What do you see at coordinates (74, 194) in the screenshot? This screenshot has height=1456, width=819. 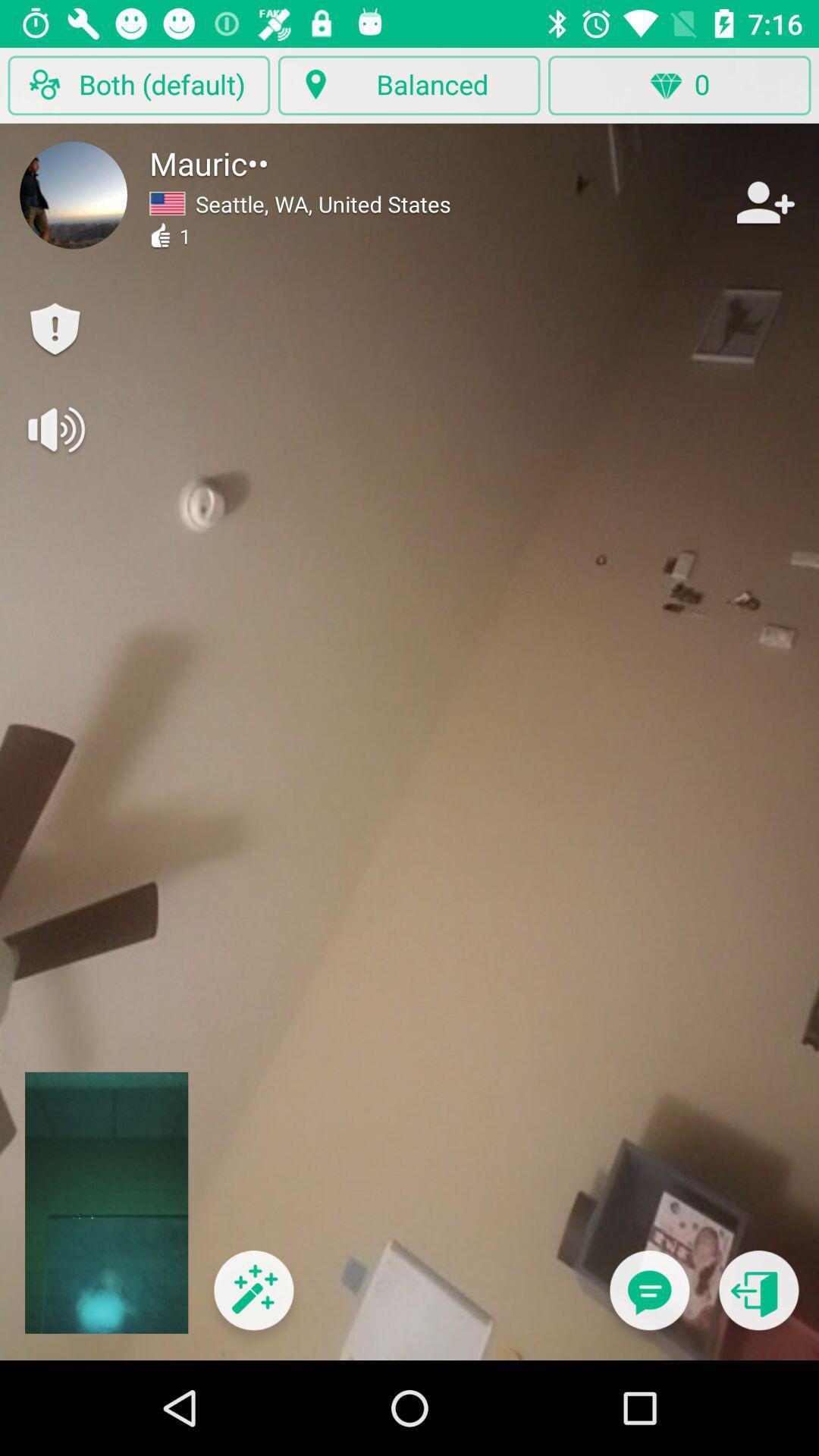 I see `profile` at bounding box center [74, 194].